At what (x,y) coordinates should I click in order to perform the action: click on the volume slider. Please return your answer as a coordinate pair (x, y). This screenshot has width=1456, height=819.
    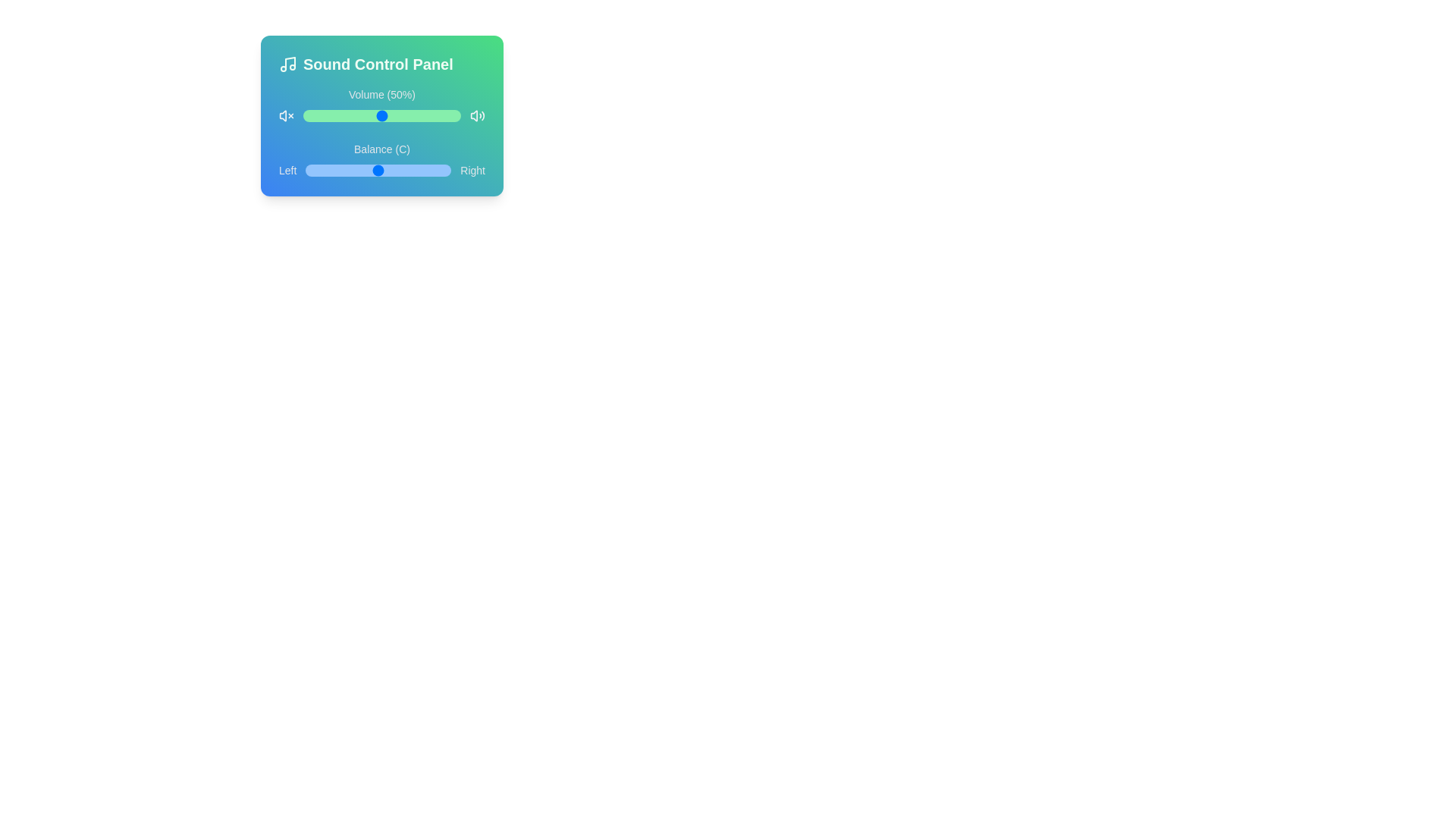
    Looking at the image, I should click on (443, 115).